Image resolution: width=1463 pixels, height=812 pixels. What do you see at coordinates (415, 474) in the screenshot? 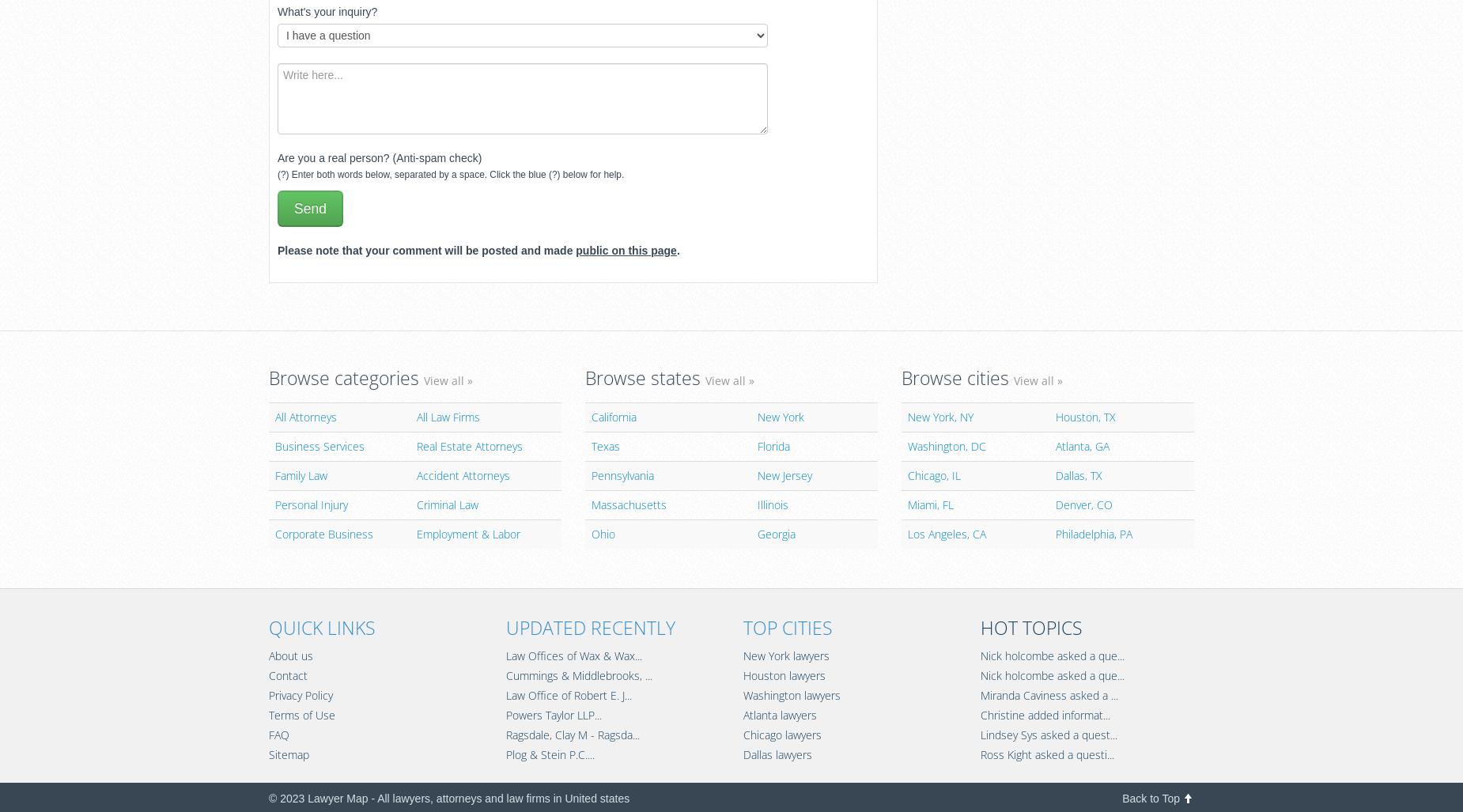
I see `'Accident Attorneys'` at bounding box center [415, 474].